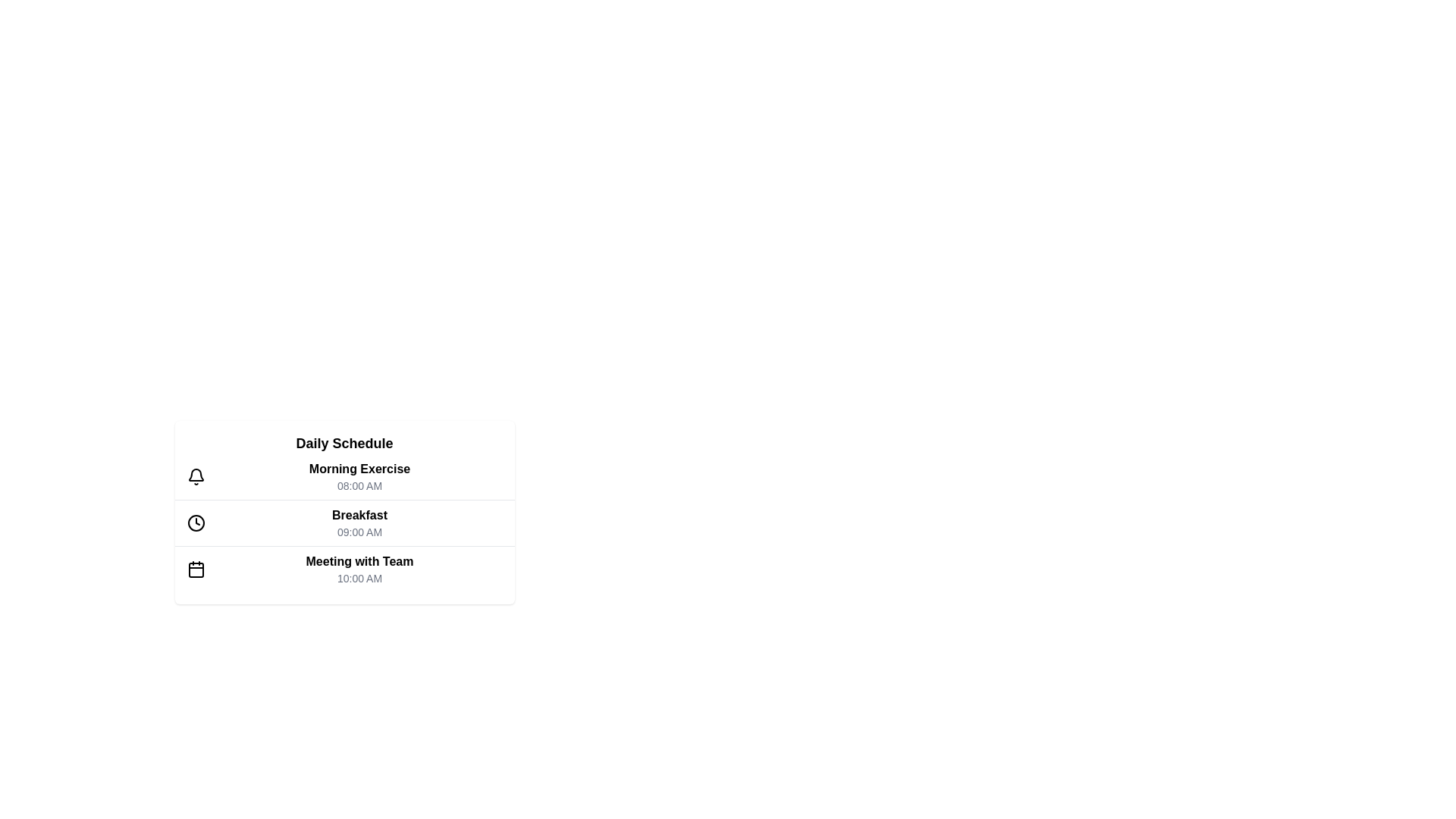 The image size is (1456, 819). Describe the element at coordinates (359, 561) in the screenshot. I see `text label displaying 'Meeting with Team' which is situated in the third row of events within the 'Daily Schedule' card` at that location.